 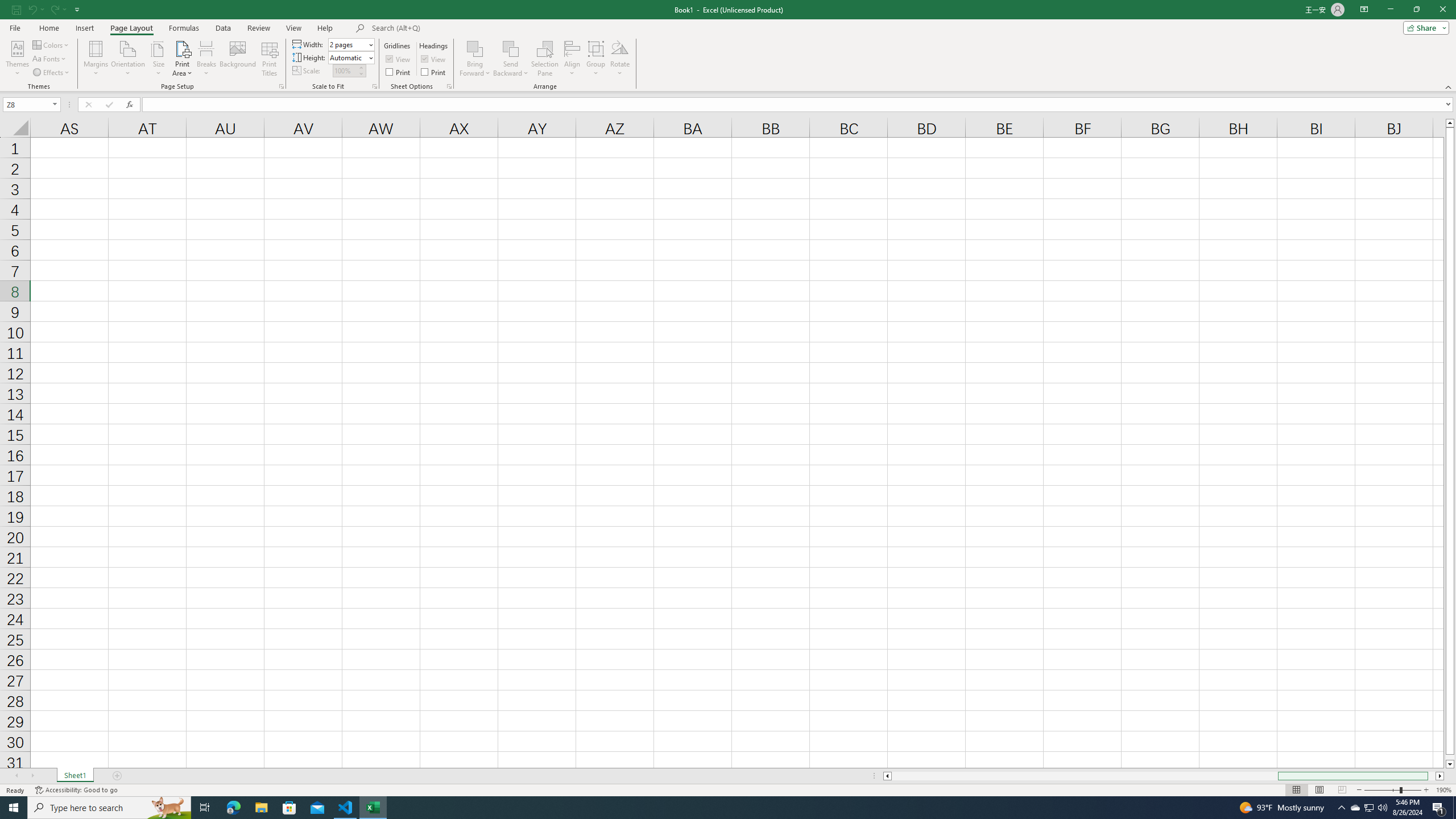 What do you see at coordinates (268, 59) in the screenshot?
I see `'Print Titles'` at bounding box center [268, 59].